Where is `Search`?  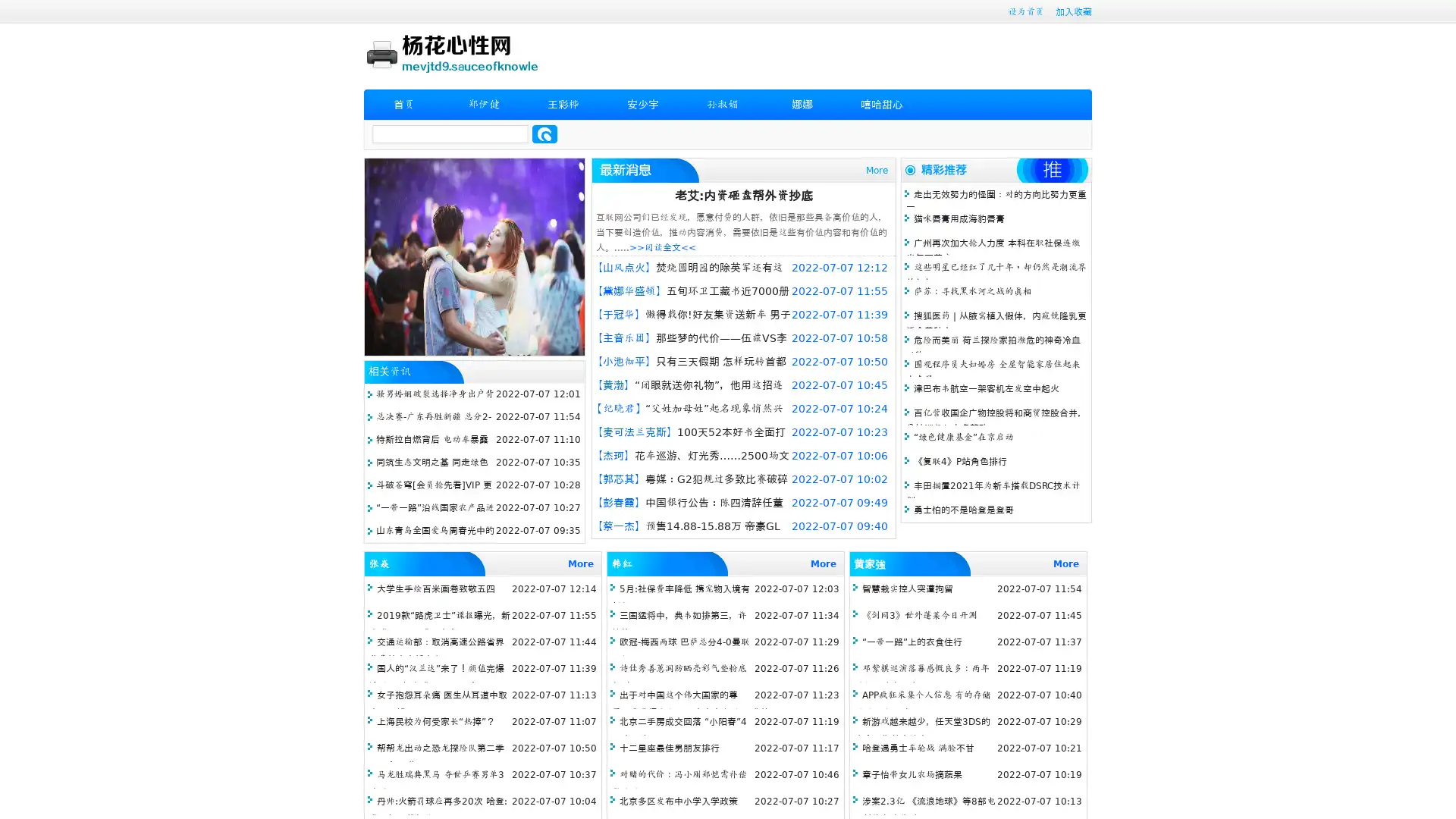
Search is located at coordinates (544, 133).